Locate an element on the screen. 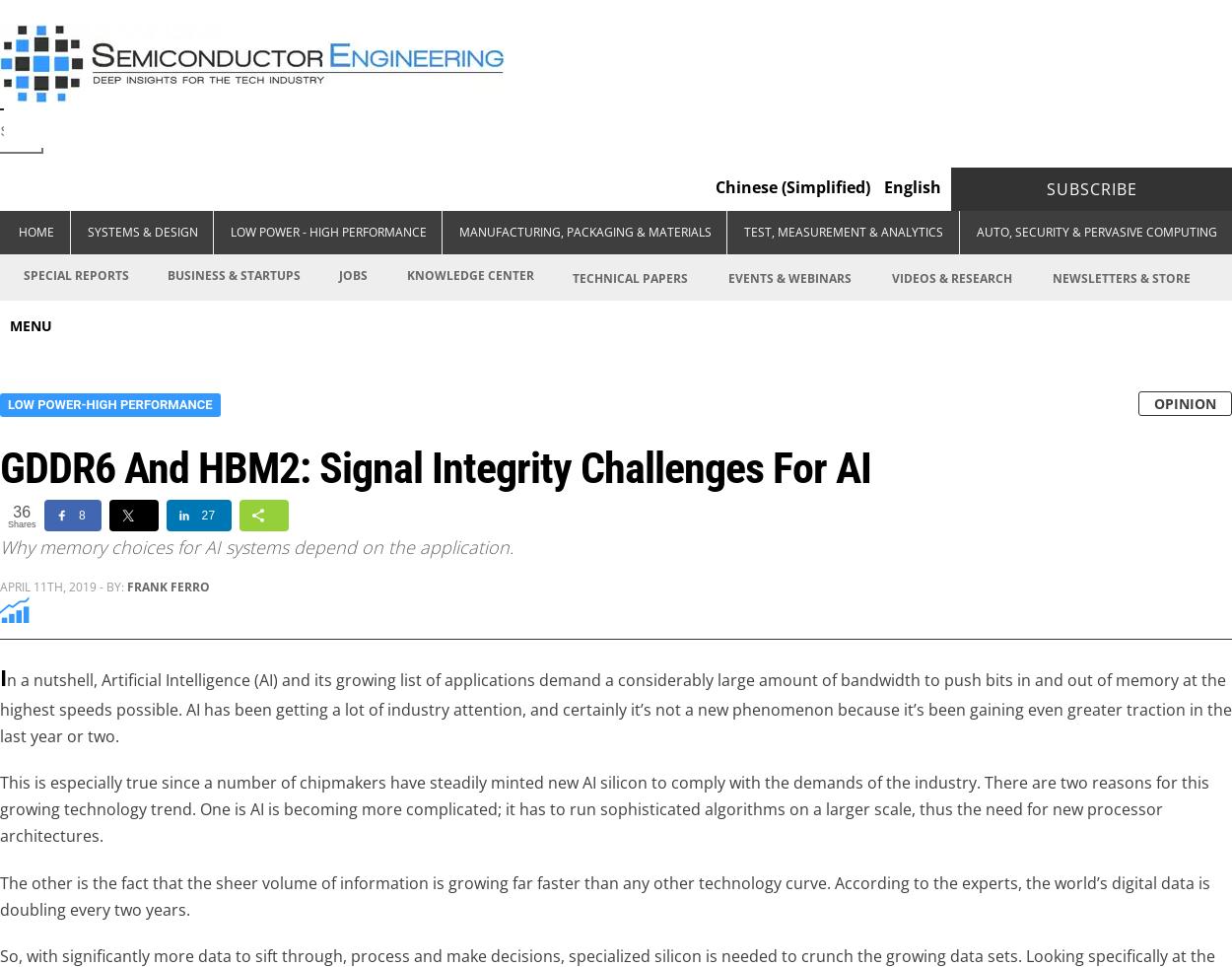  'Systems & Design' is located at coordinates (142, 231).